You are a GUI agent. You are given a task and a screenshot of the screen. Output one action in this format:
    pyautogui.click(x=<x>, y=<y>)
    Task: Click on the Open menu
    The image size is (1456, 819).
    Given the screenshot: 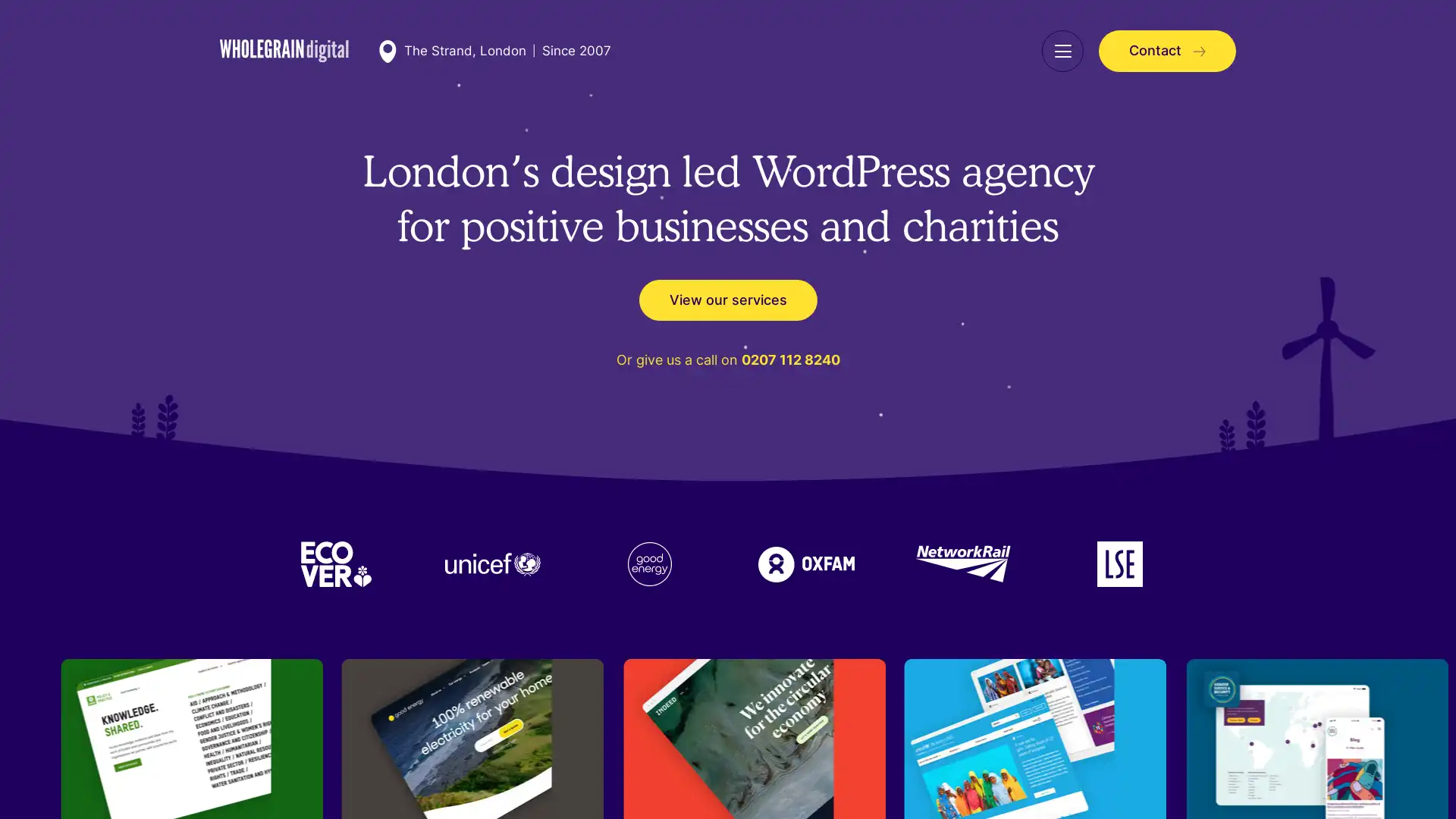 What is the action you would take?
    pyautogui.click(x=1062, y=50)
    